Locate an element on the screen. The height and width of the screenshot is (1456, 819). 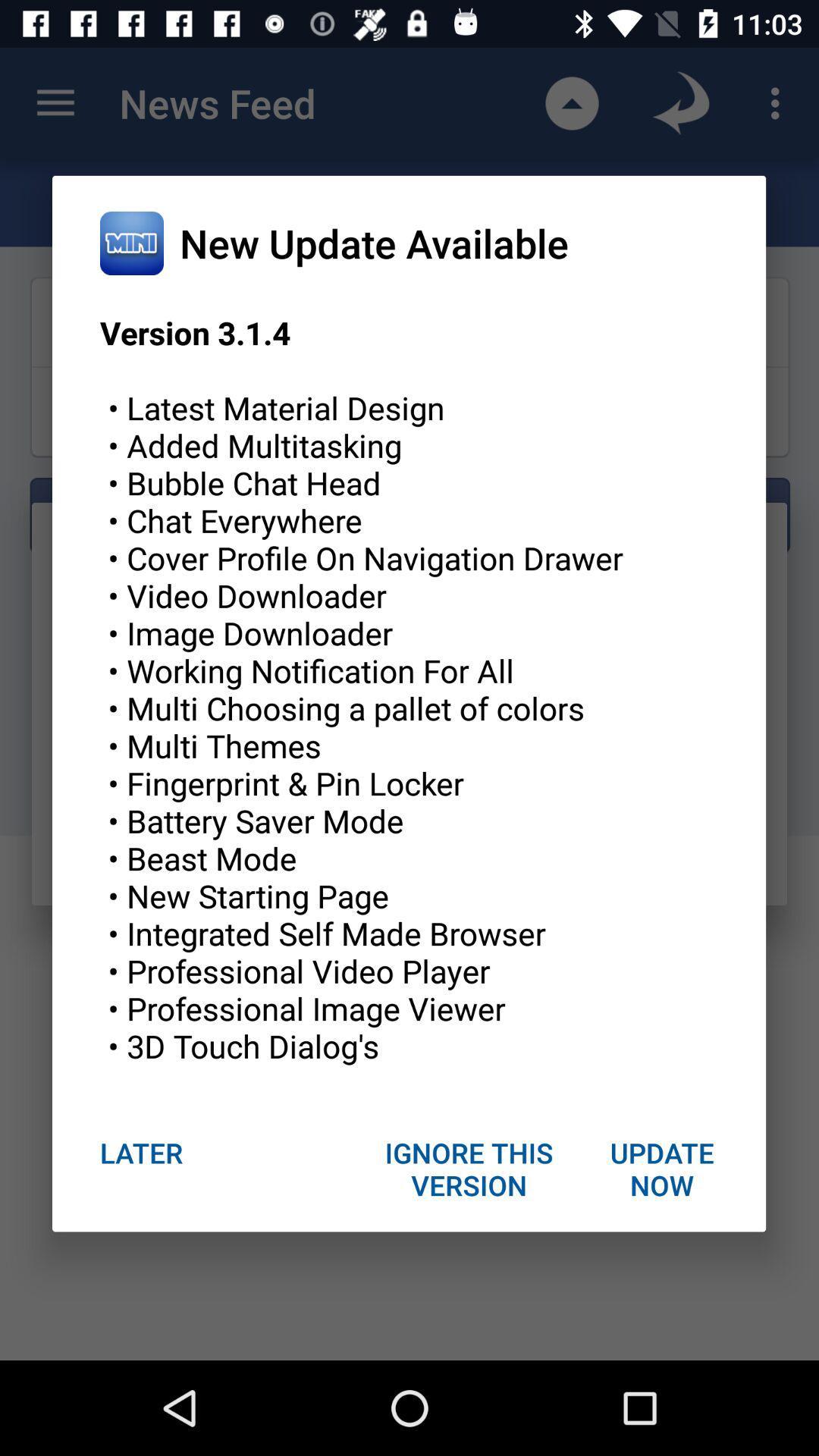
icon next to ignore this is located at coordinates (141, 1153).